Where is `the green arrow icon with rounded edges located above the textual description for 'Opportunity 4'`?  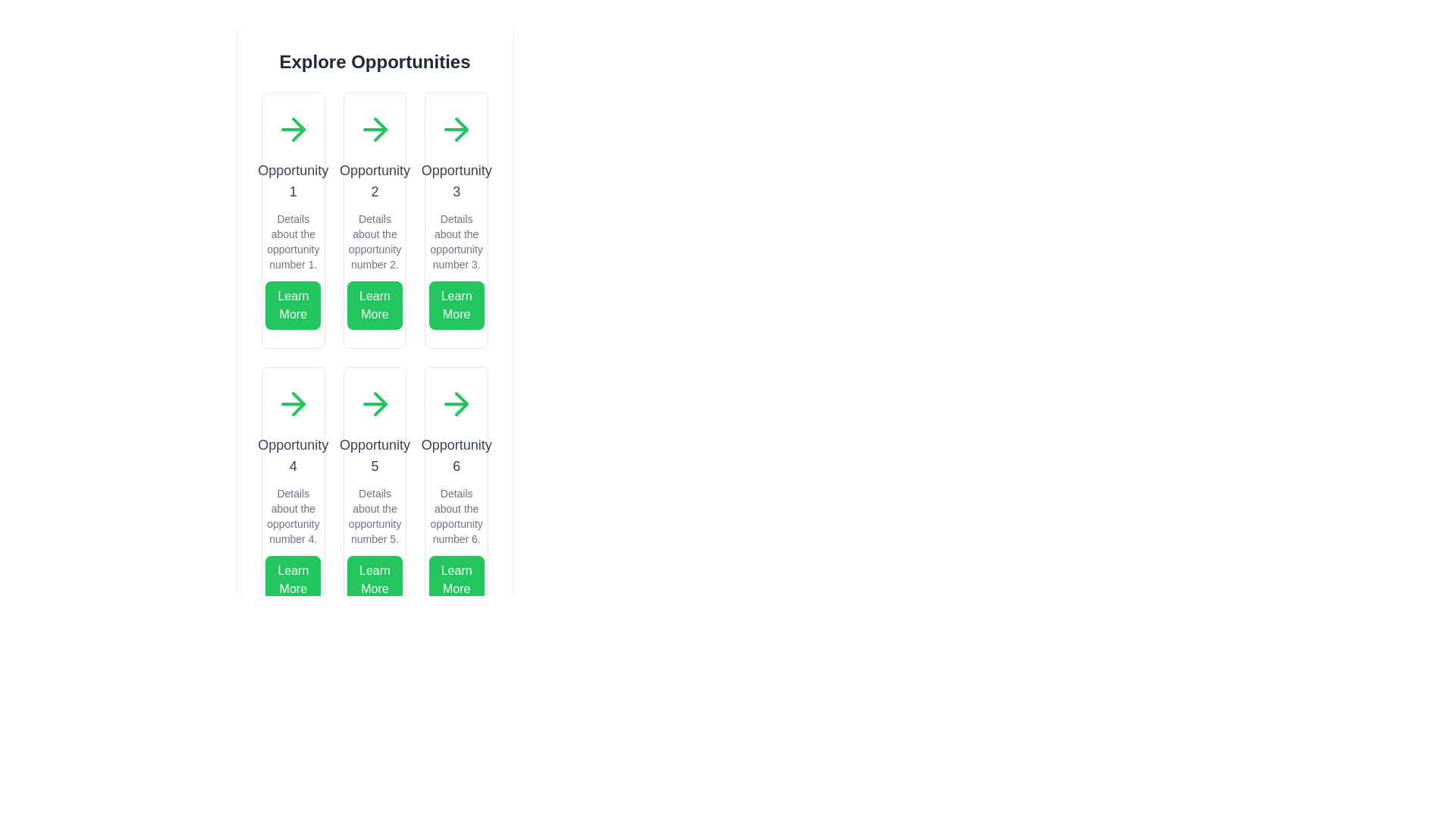
the green arrow icon with rounded edges located above the textual description for 'Opportunity 4' is located at coordinates (293, 403).